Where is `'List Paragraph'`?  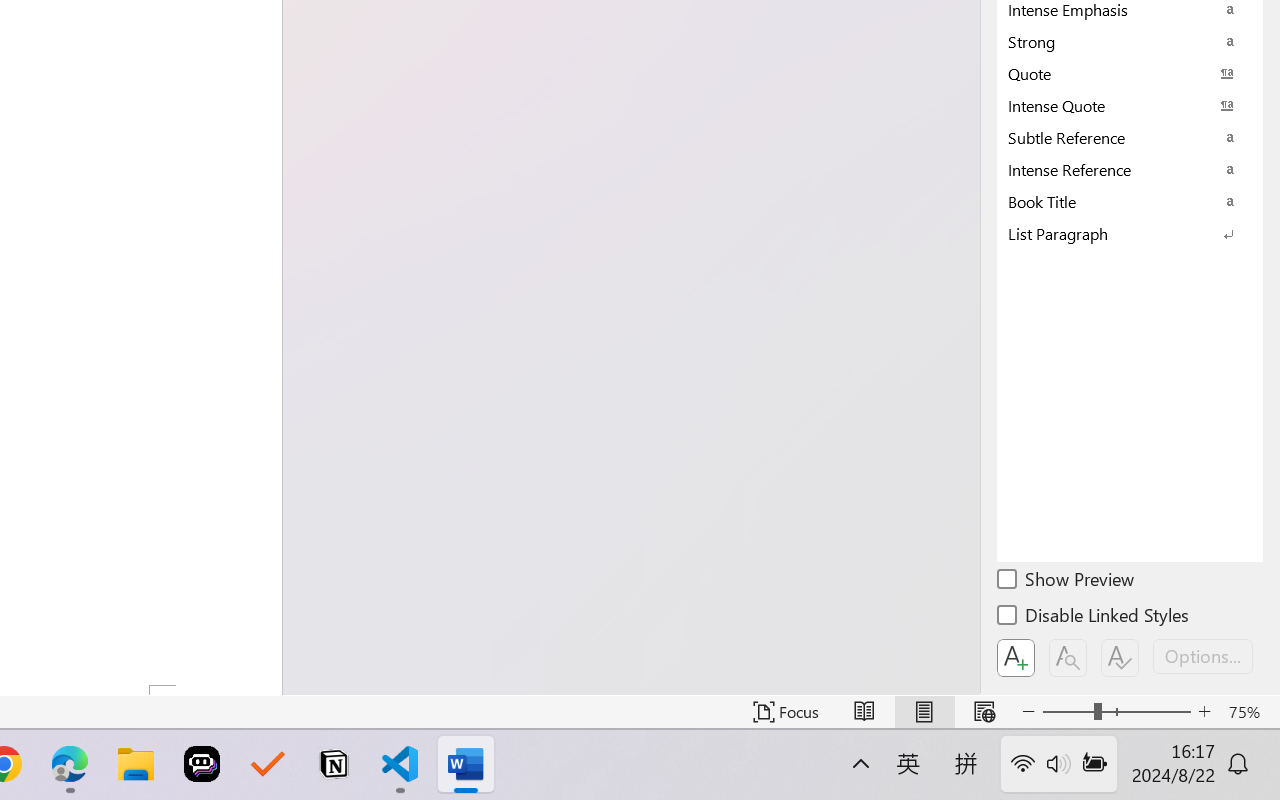 'List Paragraph' is located at coordinates (1130, 233).